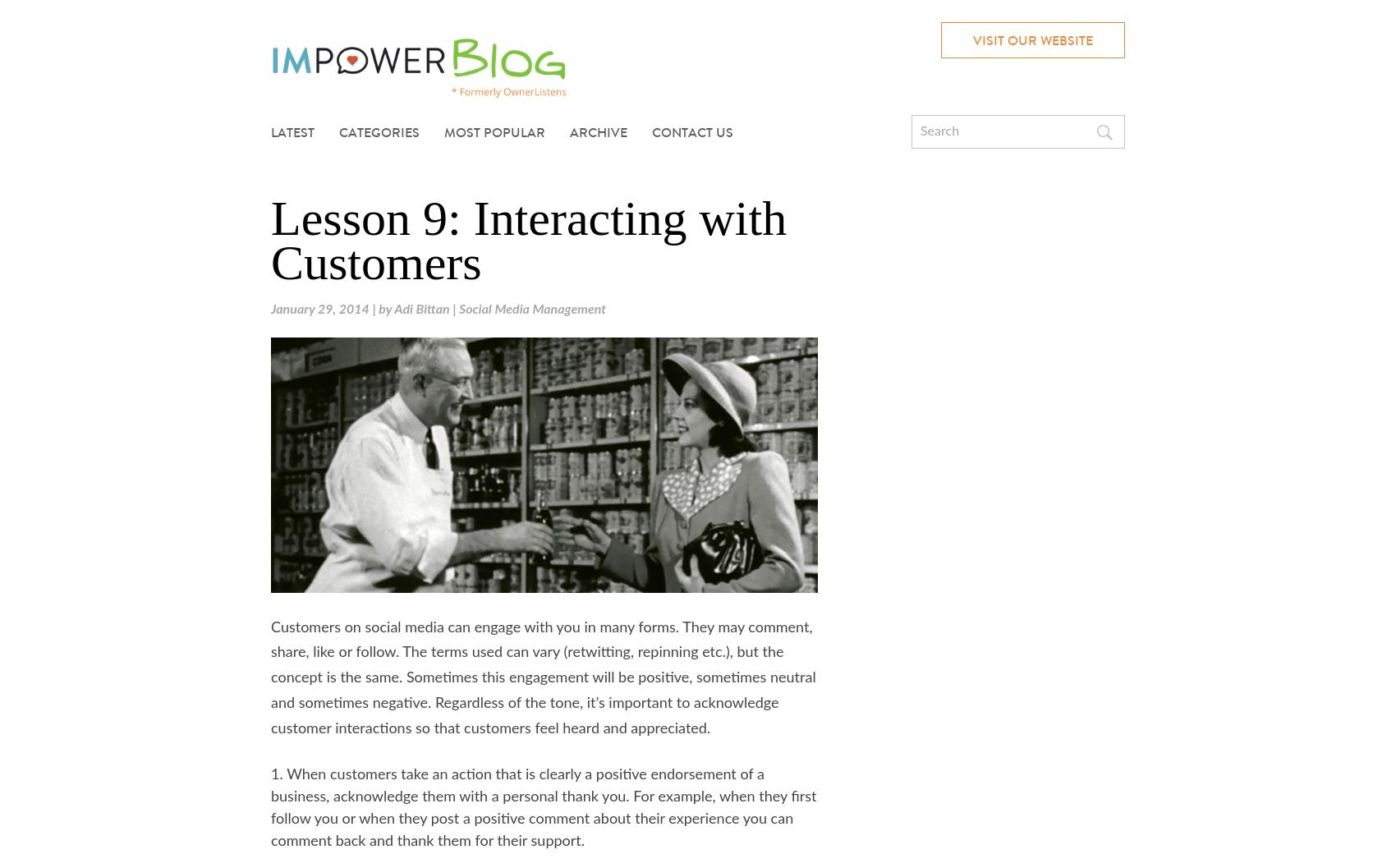  Describe the element at coordinates (421, 310) in the screenshot. I see `'Adi Bittan'` at that location.